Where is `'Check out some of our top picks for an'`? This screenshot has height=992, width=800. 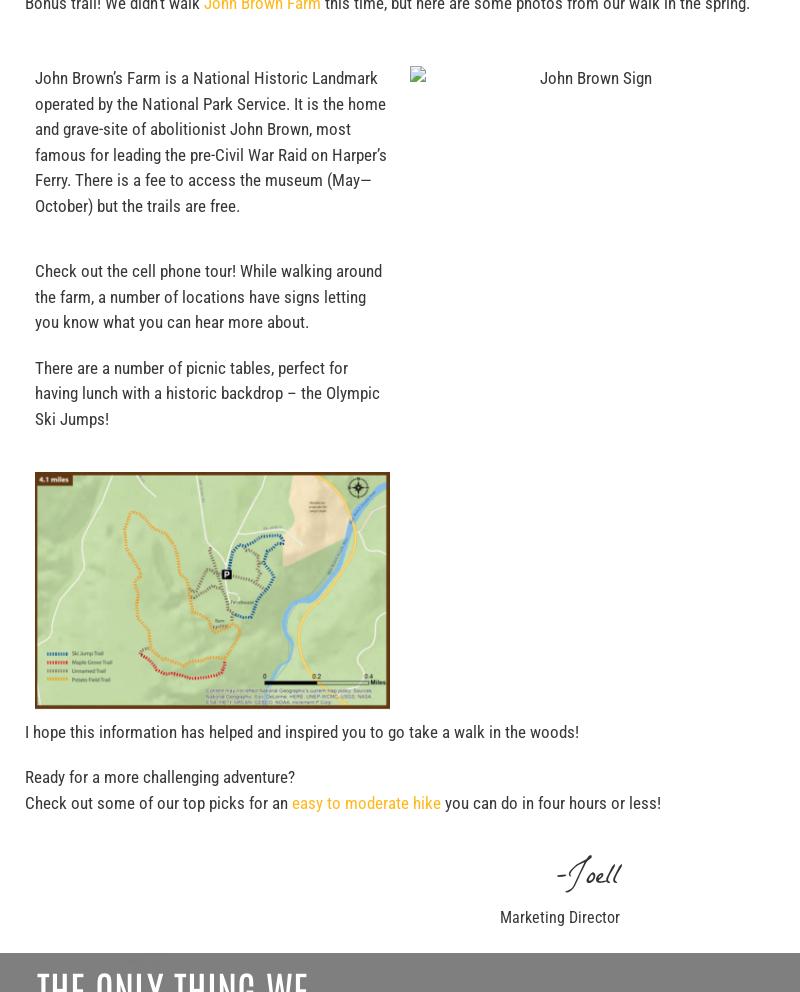 'Check out some of our top picks for an' is located at coordinates (158, 802).